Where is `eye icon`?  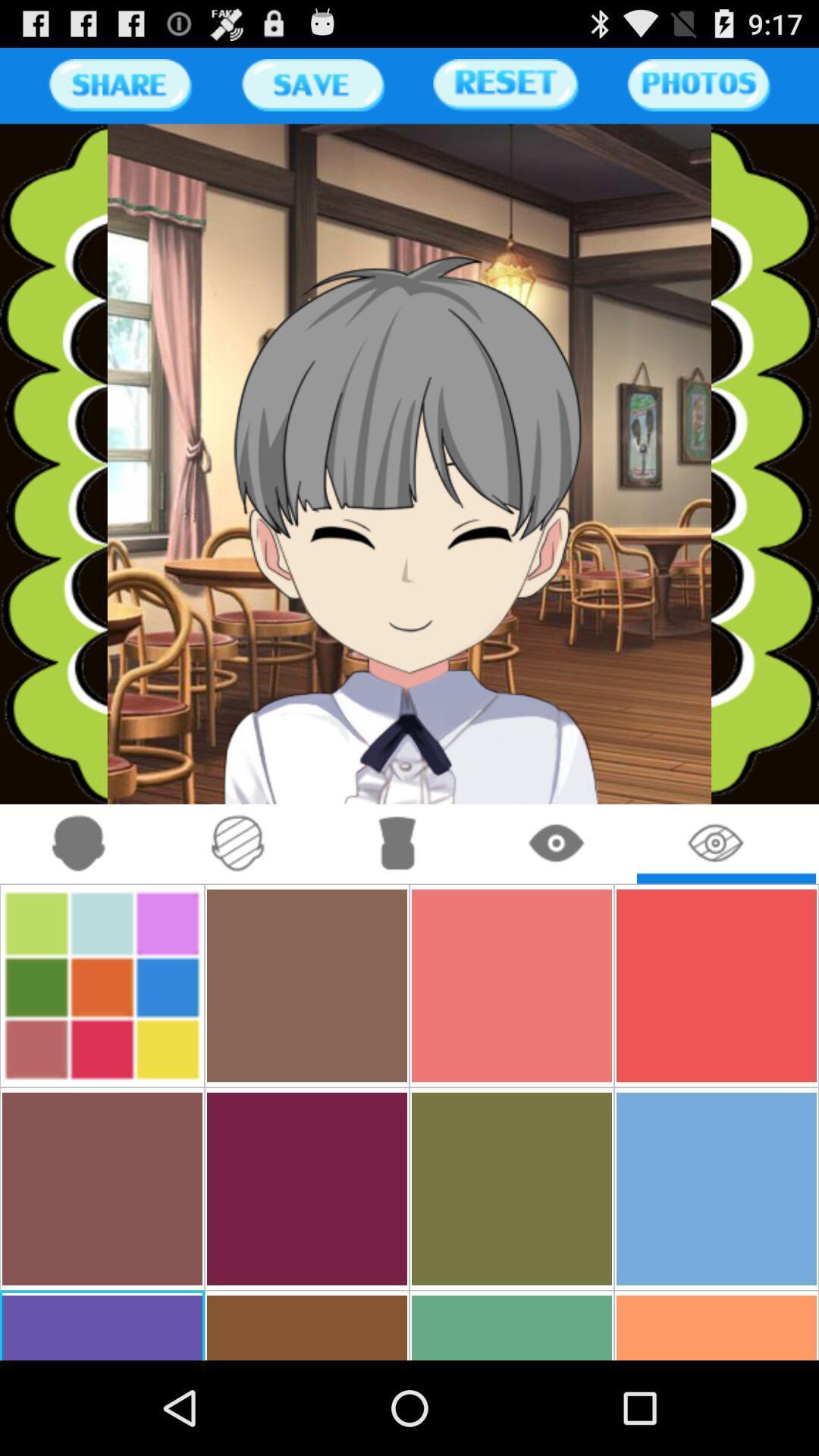
eye icon is located at coordinates (717, 843).